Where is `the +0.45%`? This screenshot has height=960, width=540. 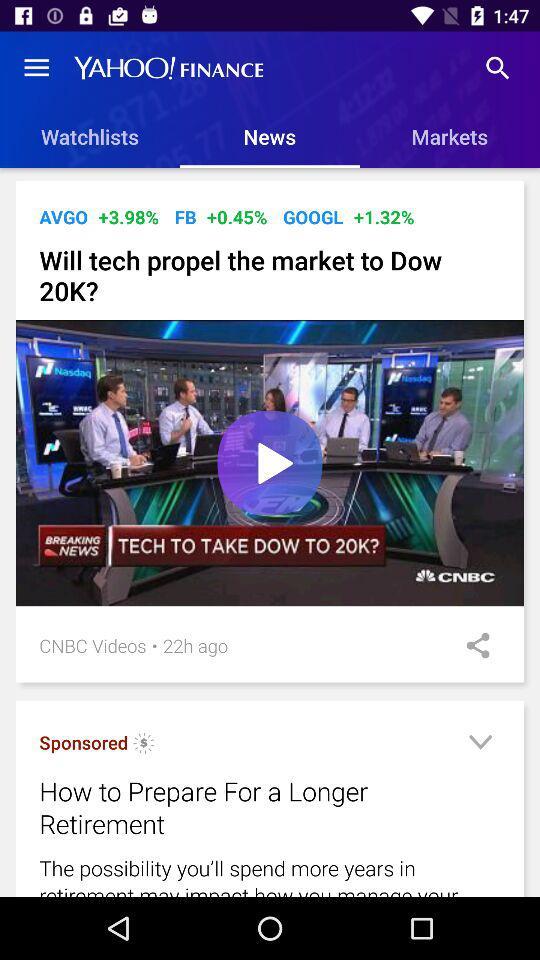 the +0.45% is located at coordinates (237, 217).